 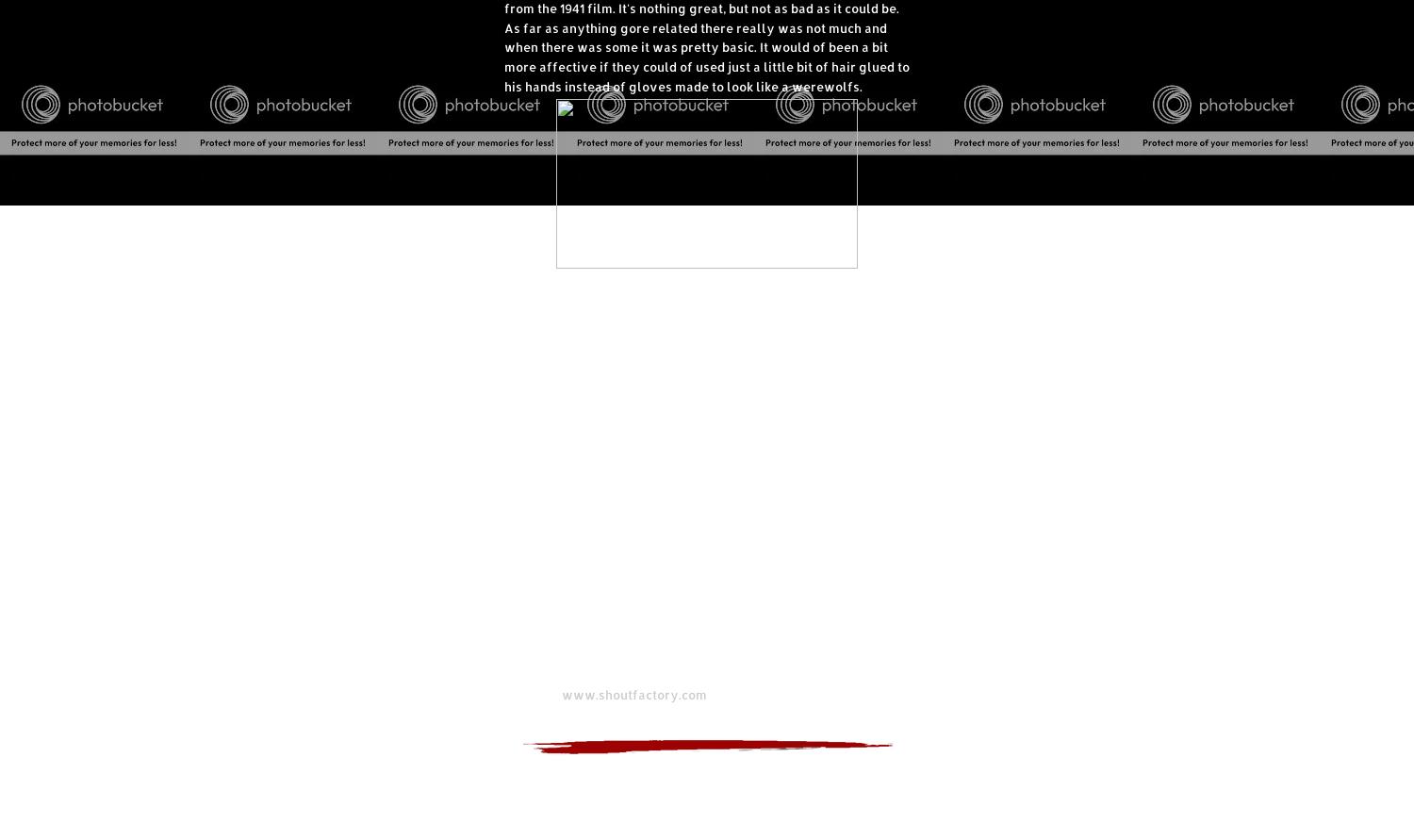 I want to click on 'Genre: Horror', so click(x=546, y=557).